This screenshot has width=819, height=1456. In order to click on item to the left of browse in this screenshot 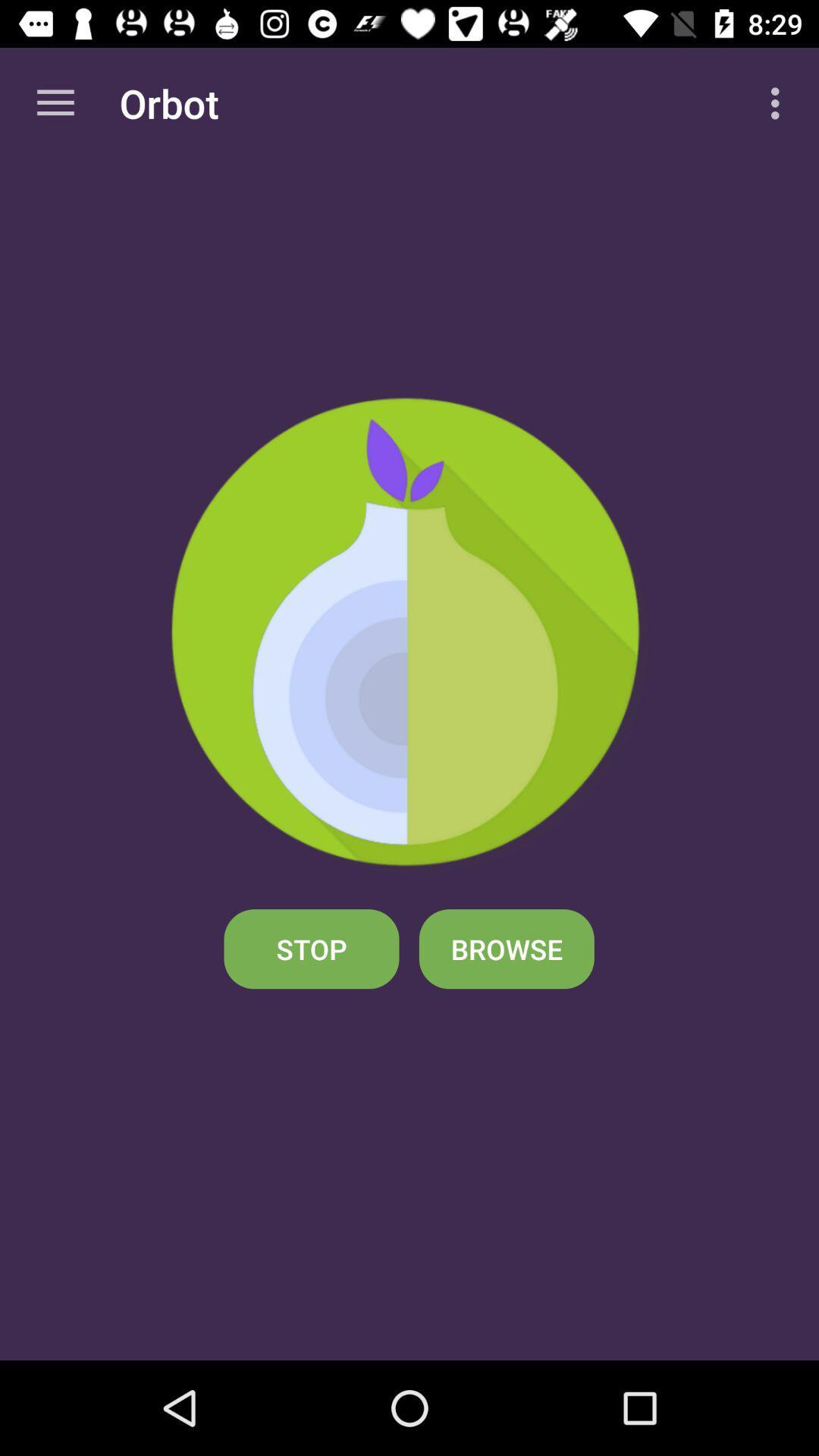, I will do `click(311, 948)`.